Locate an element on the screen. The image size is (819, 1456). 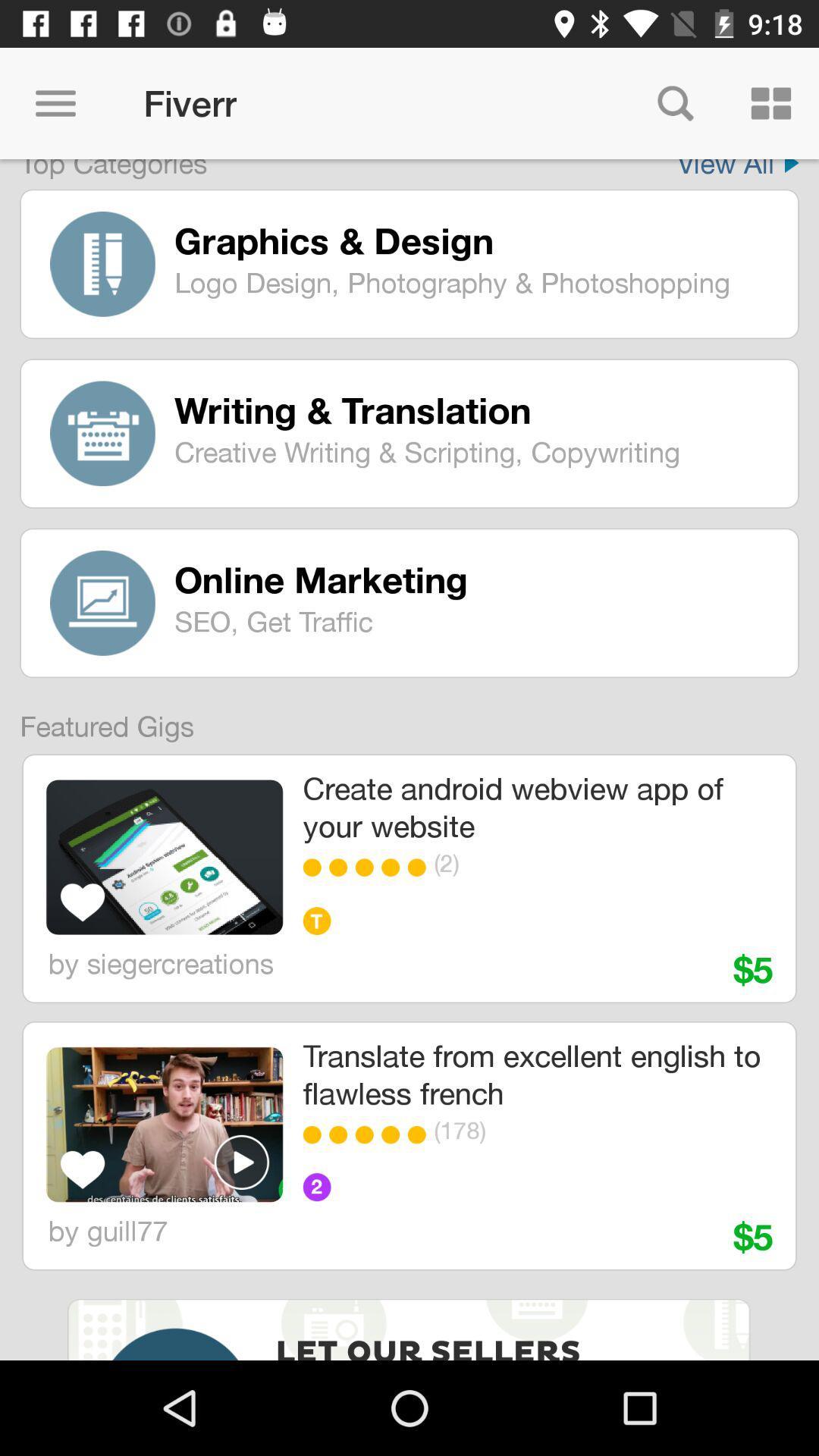
item above the creative writing scripting is located at coordinates (475, 410).